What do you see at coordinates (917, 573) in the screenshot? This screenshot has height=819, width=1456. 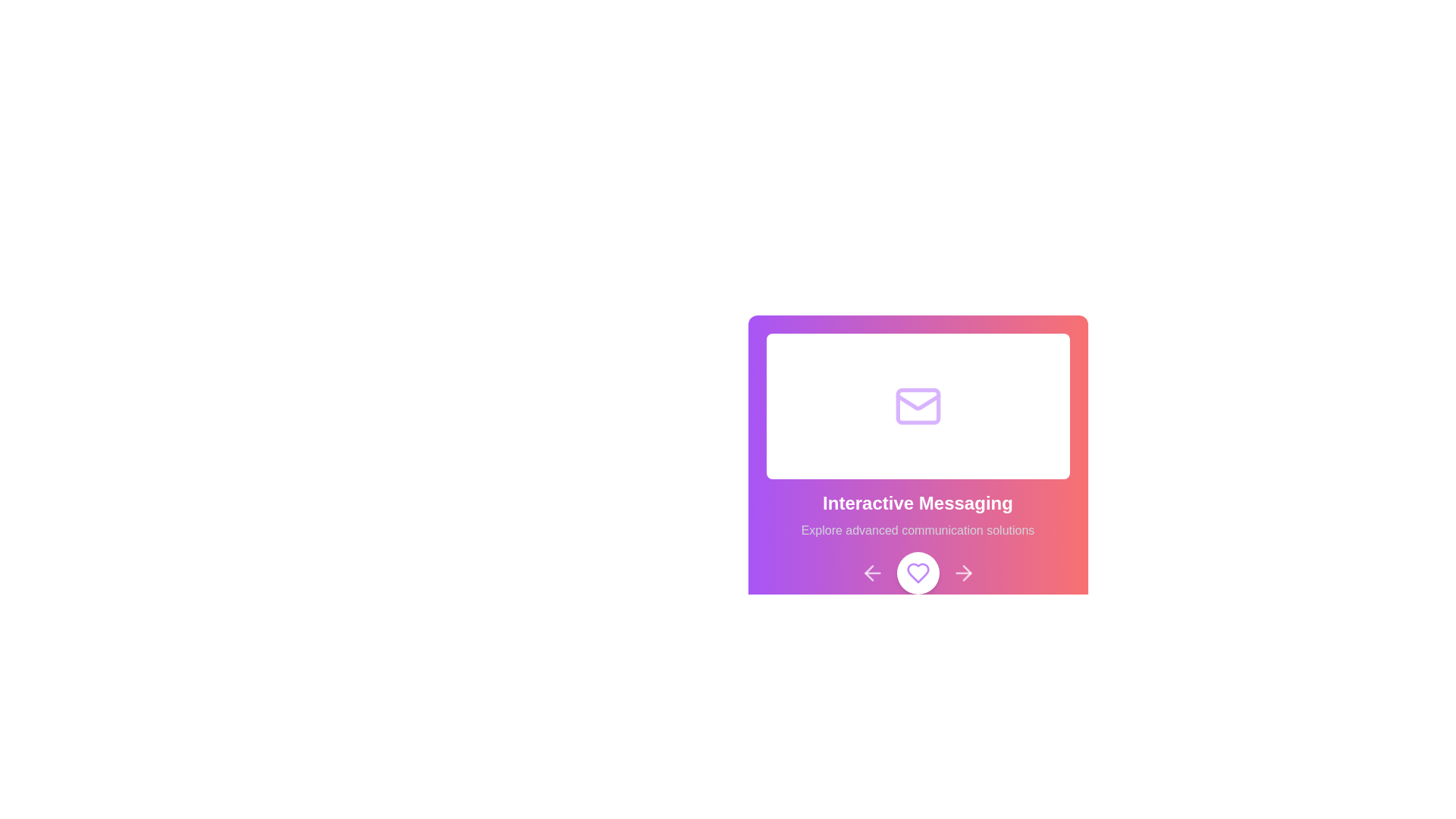 I see `the circular button used for selecting a favorite or liking content, located at the center of the gradient bar in the 'Interactive Messaging' card` at bounding box center [917, 573].